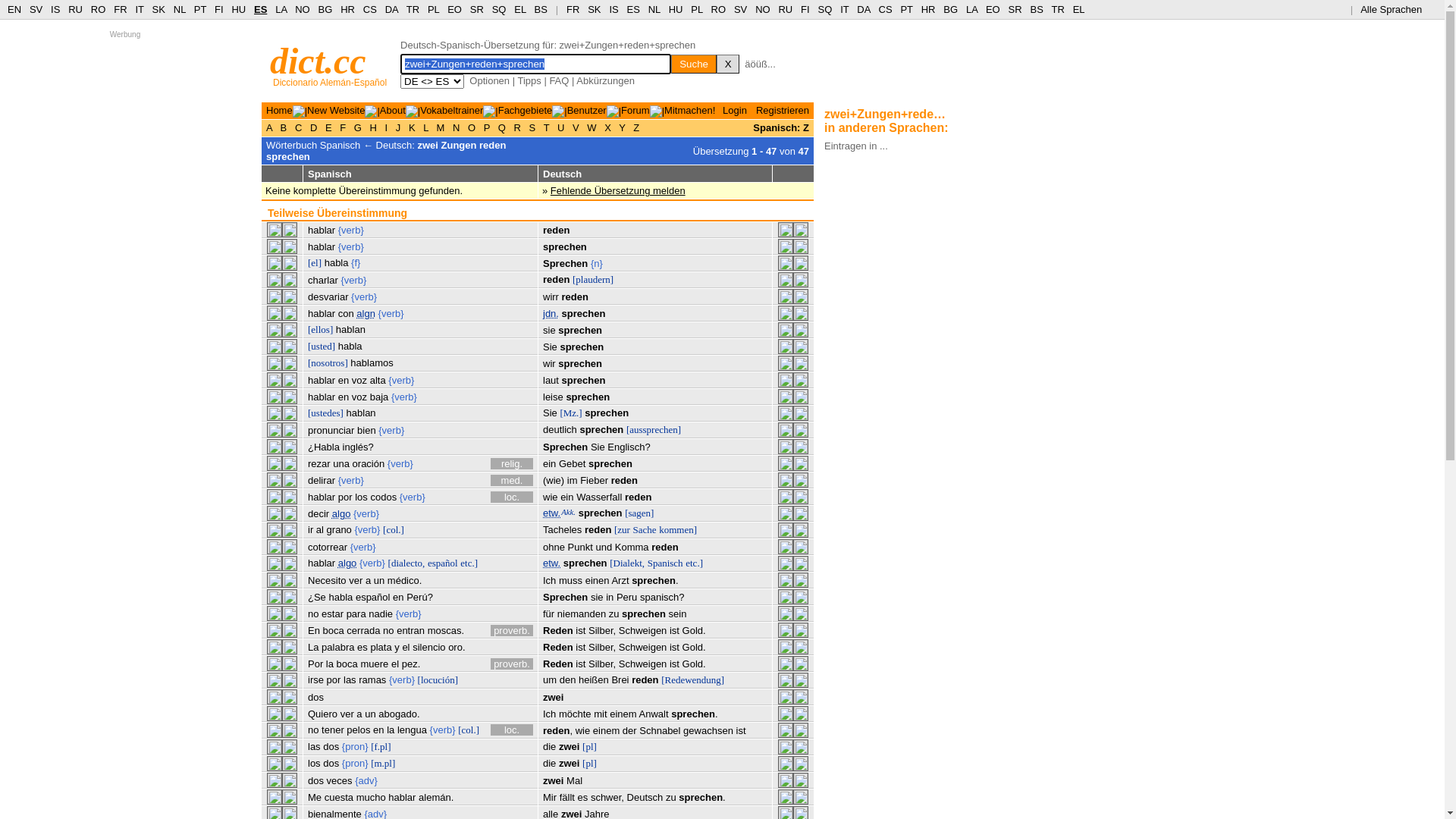 Image resolution: width=1456 pixels, height=819 pixels. I want to click on 'Benutzer', so click(585, 109).